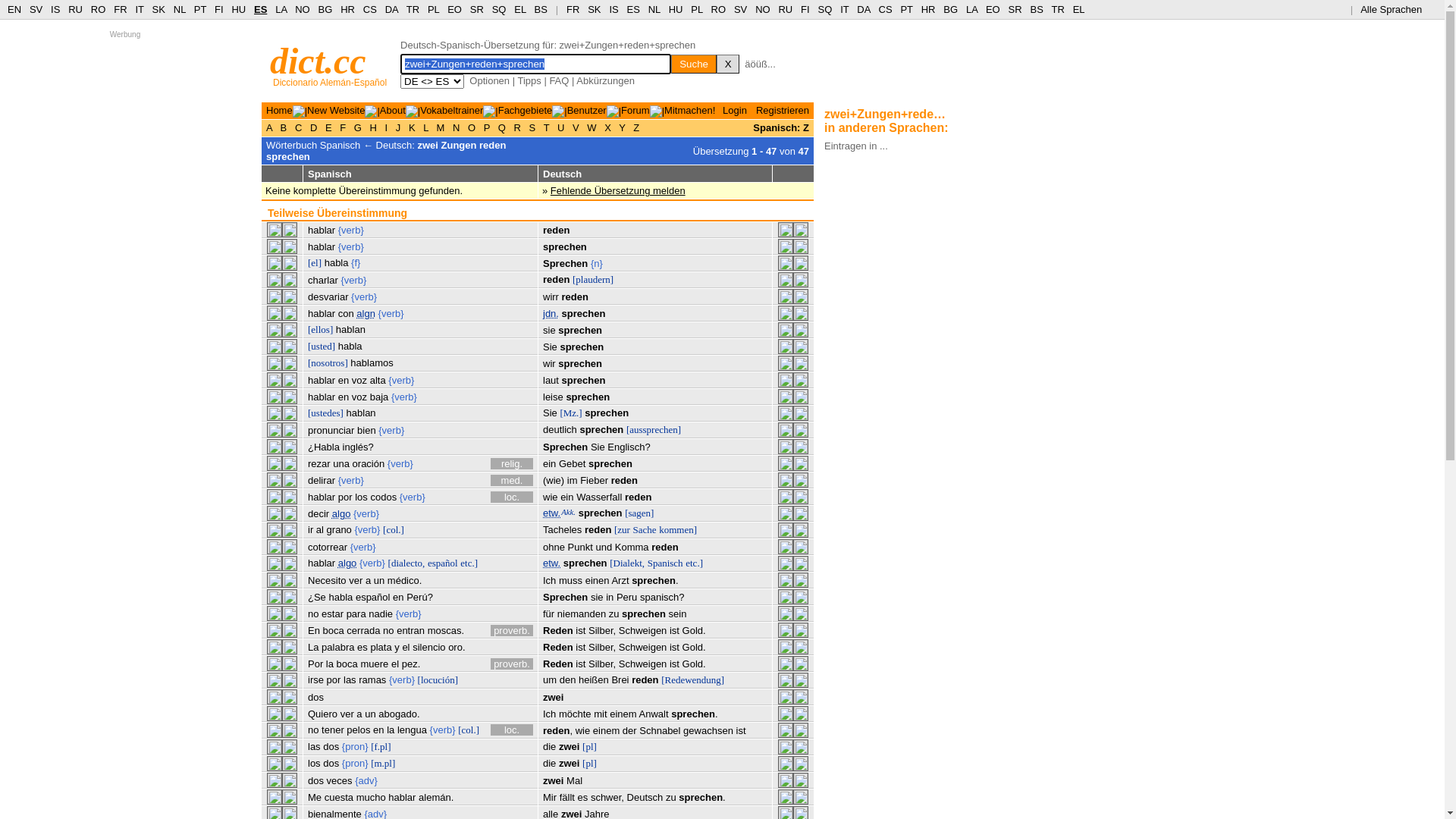 Image resolution: width=1456 pixels, height=819 pixels. I want to click on 'Benutzer', so click(585, 109).